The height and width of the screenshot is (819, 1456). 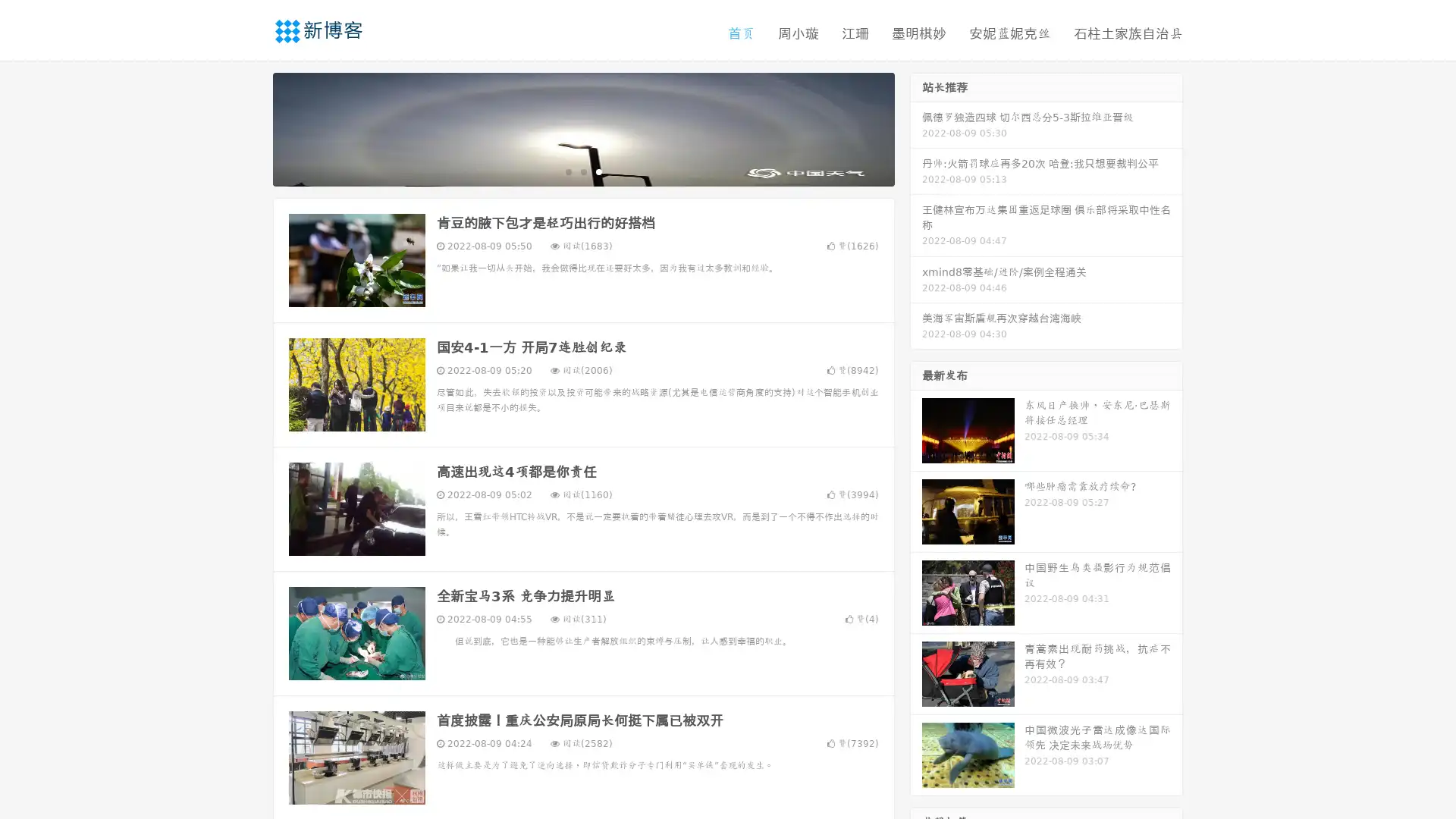 What do you see at coordinates (250, 127) in the screenshot?
I see `Previous slide` at bounding box center [250, 127].